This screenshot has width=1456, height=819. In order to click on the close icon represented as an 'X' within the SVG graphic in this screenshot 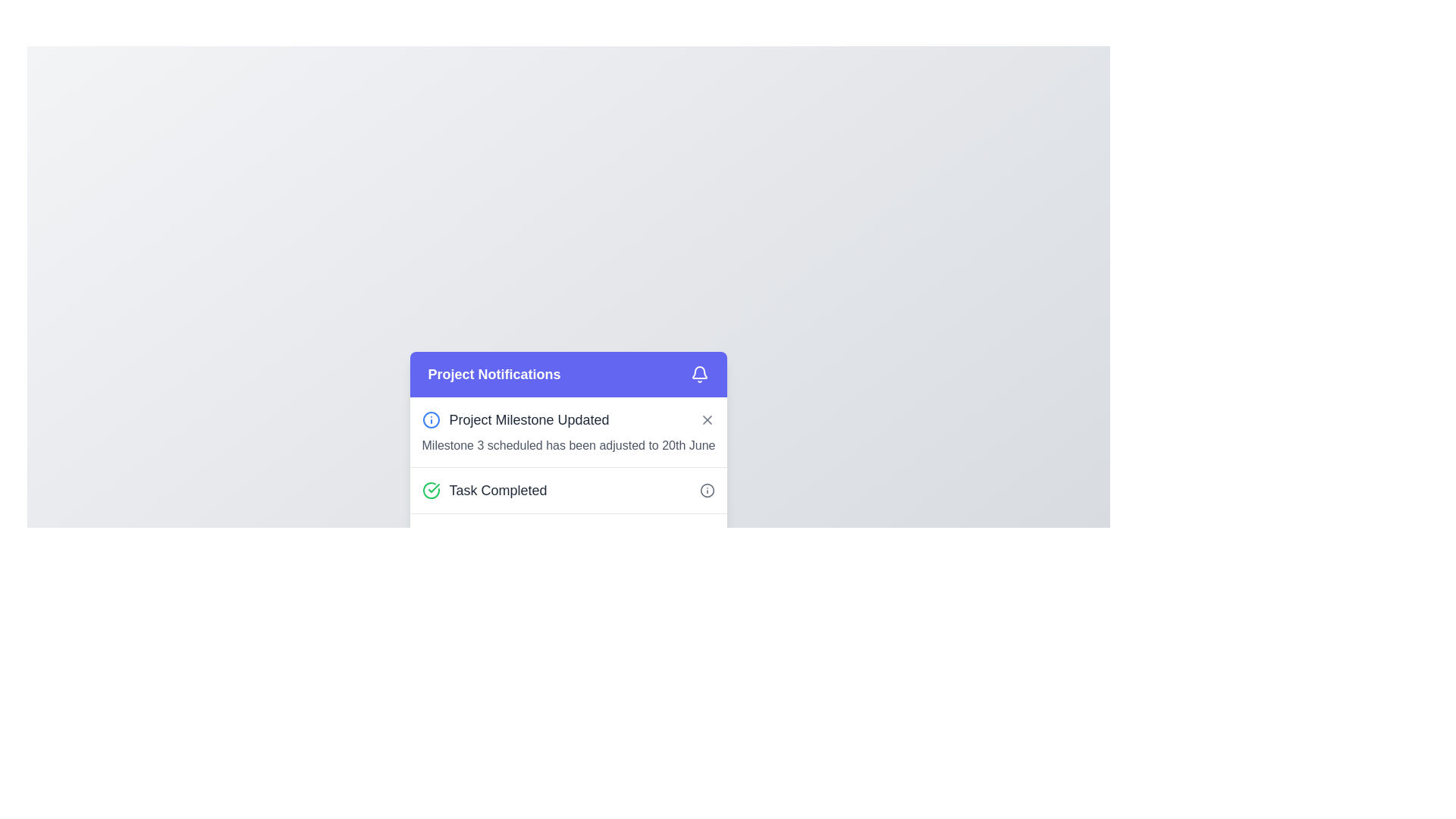, I will do `click(707, 420)`.